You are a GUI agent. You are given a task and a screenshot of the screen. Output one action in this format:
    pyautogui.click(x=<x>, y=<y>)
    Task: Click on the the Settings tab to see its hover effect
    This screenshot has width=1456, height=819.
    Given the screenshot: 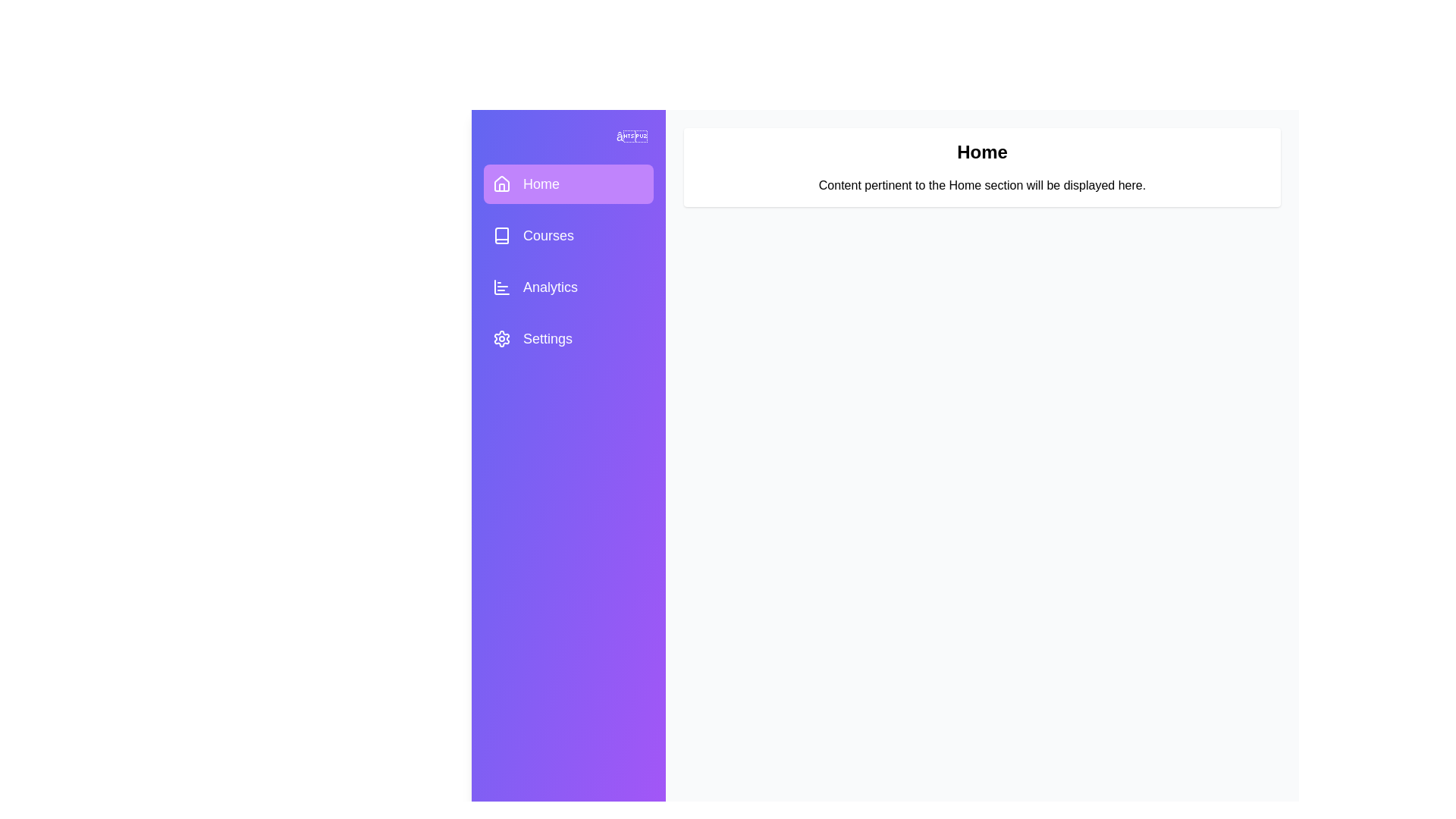 What is the action you would take?
    pyautogui.click(x=567, y=338)
    